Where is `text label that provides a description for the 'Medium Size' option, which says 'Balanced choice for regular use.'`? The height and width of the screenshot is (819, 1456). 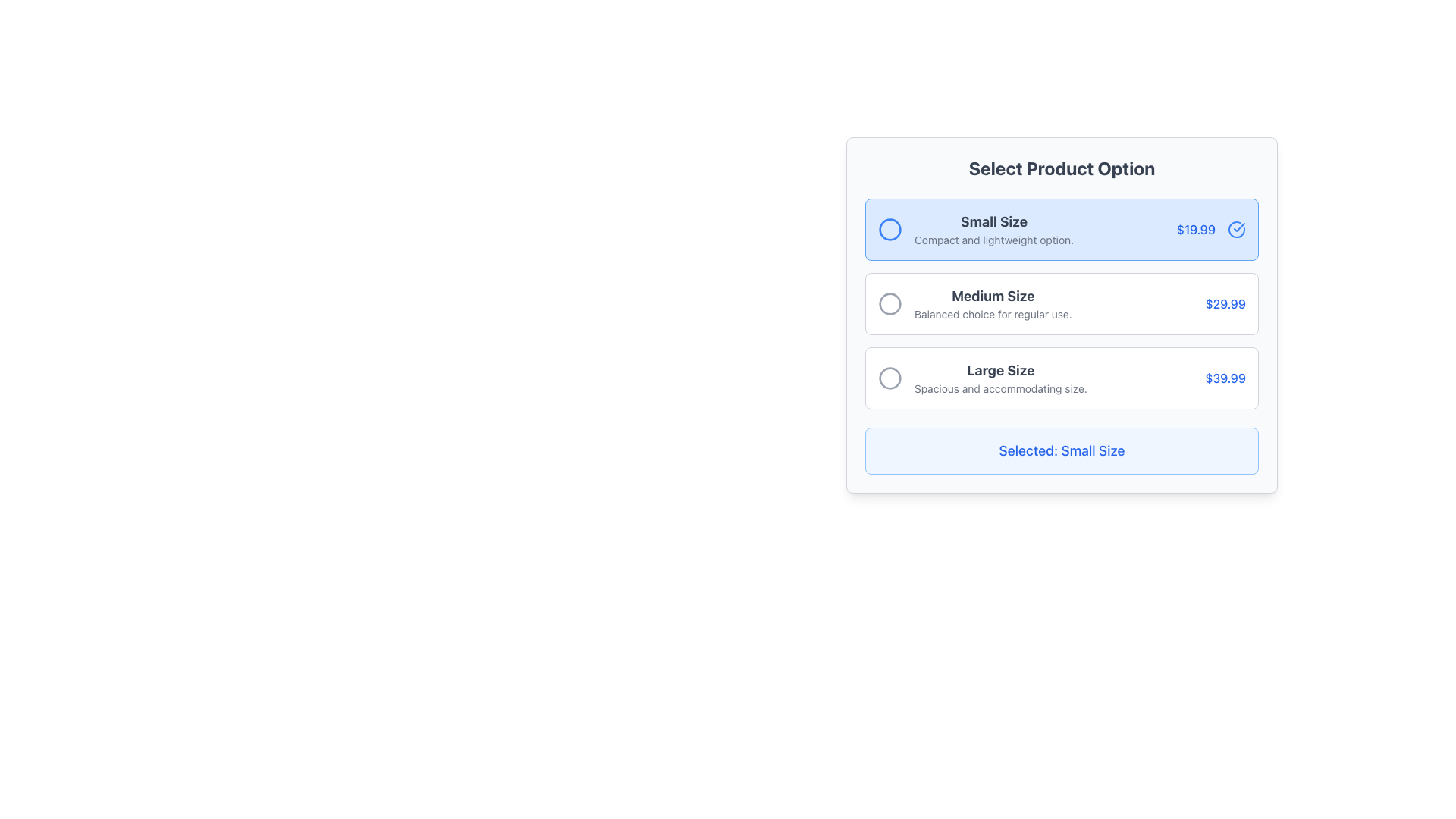 text label that provides a description for the 'Medium Size' option, which says 'Balanced choice for regular use.' is located at coordinates (993, 314).